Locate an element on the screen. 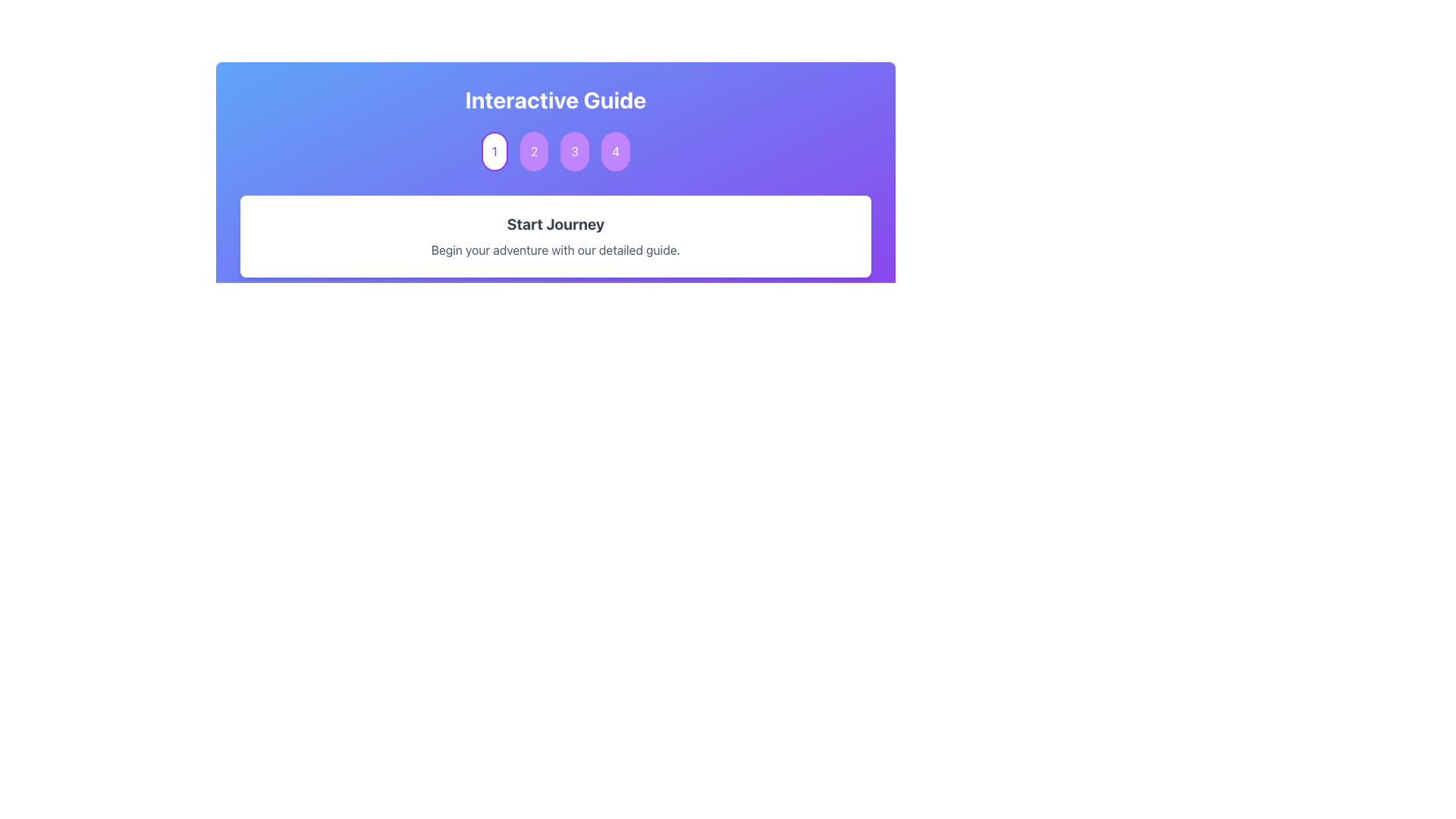 This screenshot has height=819, width=1456. the descriptive text label located below the 'Start Journey' heading within the white, rounded rectangular box is located at coordinates (555, 249).